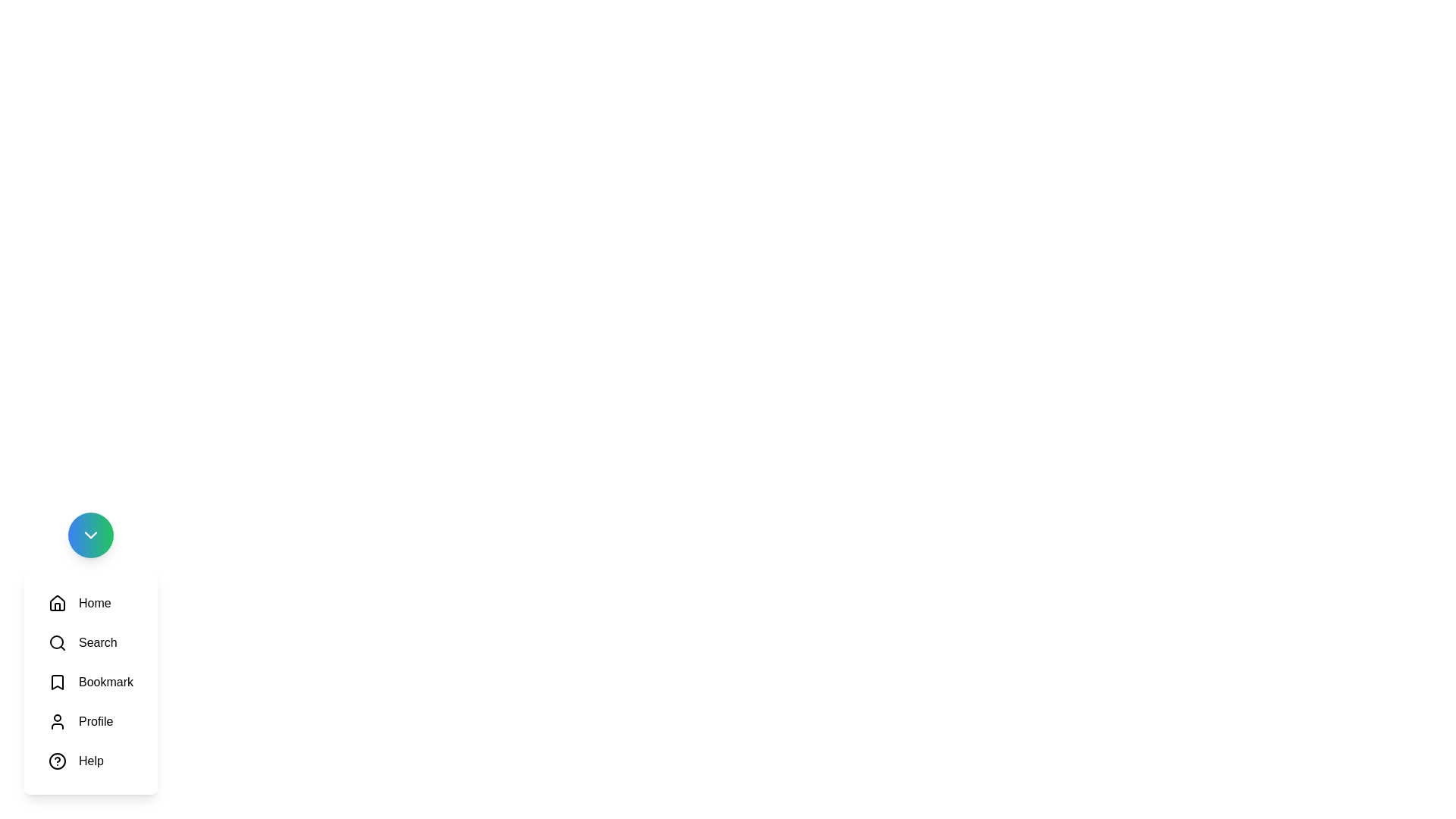 This screenshot has width=1456, height=819. What do you see at coordinates (90, 681) in the screenshot?
I see `the Bookmark option in the menu` at bounding box center [90, 681].